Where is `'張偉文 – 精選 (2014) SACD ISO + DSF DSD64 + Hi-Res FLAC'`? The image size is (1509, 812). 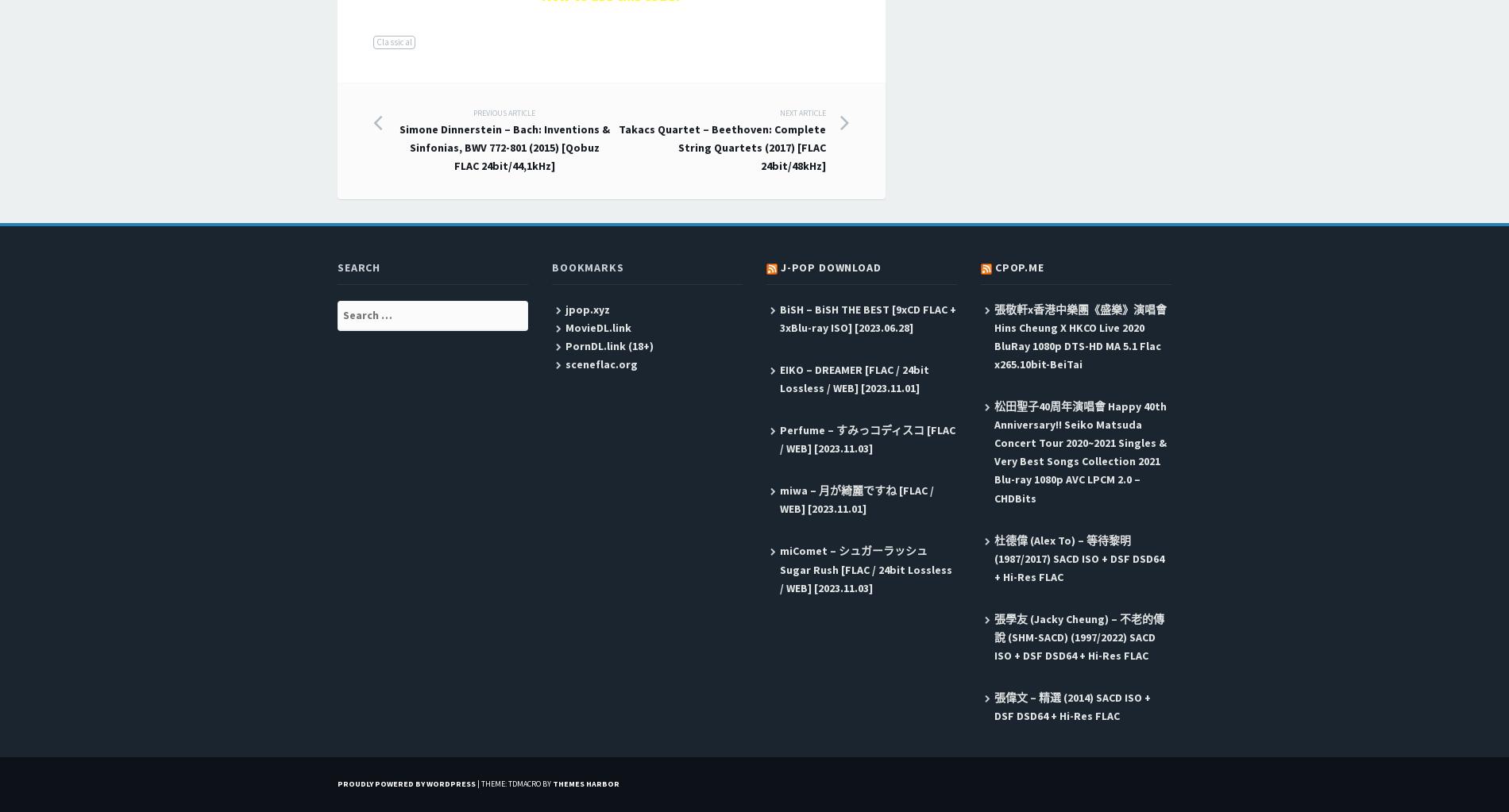 '張偉文 – 精選 (2014) SACD ISO + DSF DSD64 + Hi-Res FLAC' is located at coordinates (1071, 706).